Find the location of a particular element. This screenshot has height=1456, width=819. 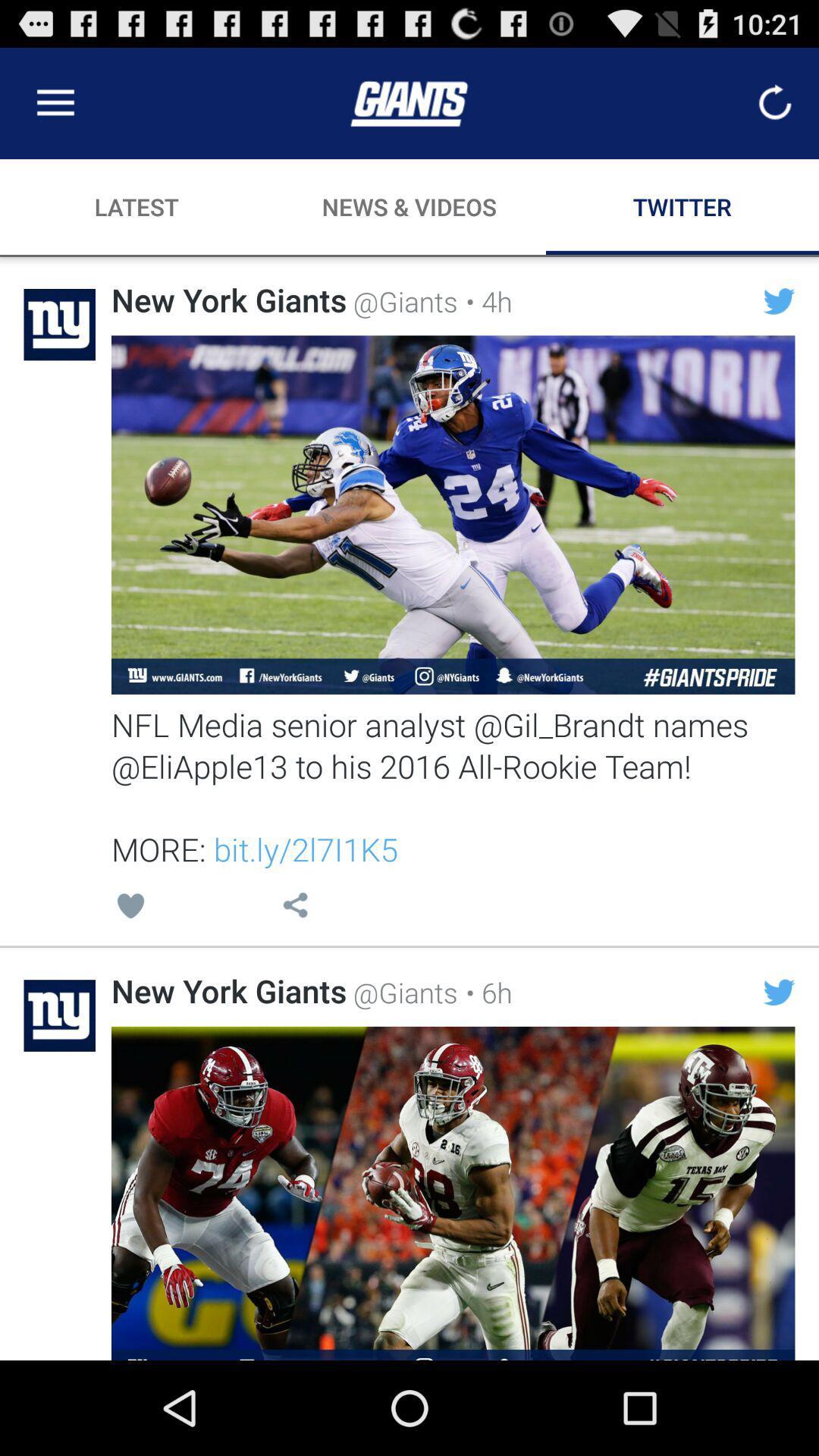

item next to @giants is located at coordinates (485, 992).